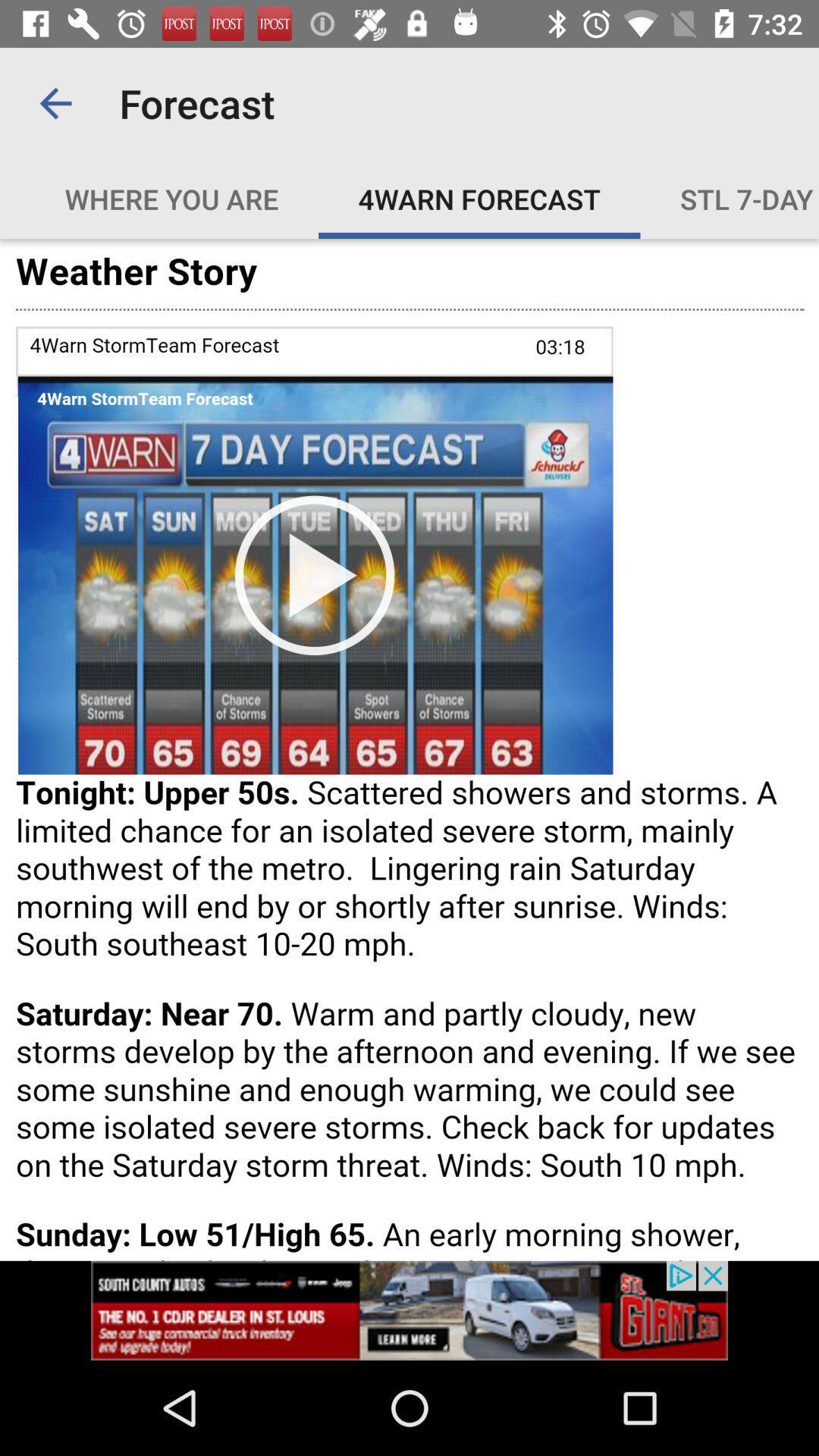 This screenshot has height=1456, width=819. Describe the element at coordinates (409, 749) in the screenshot. I see `playing the forecast and read the file` at that location.